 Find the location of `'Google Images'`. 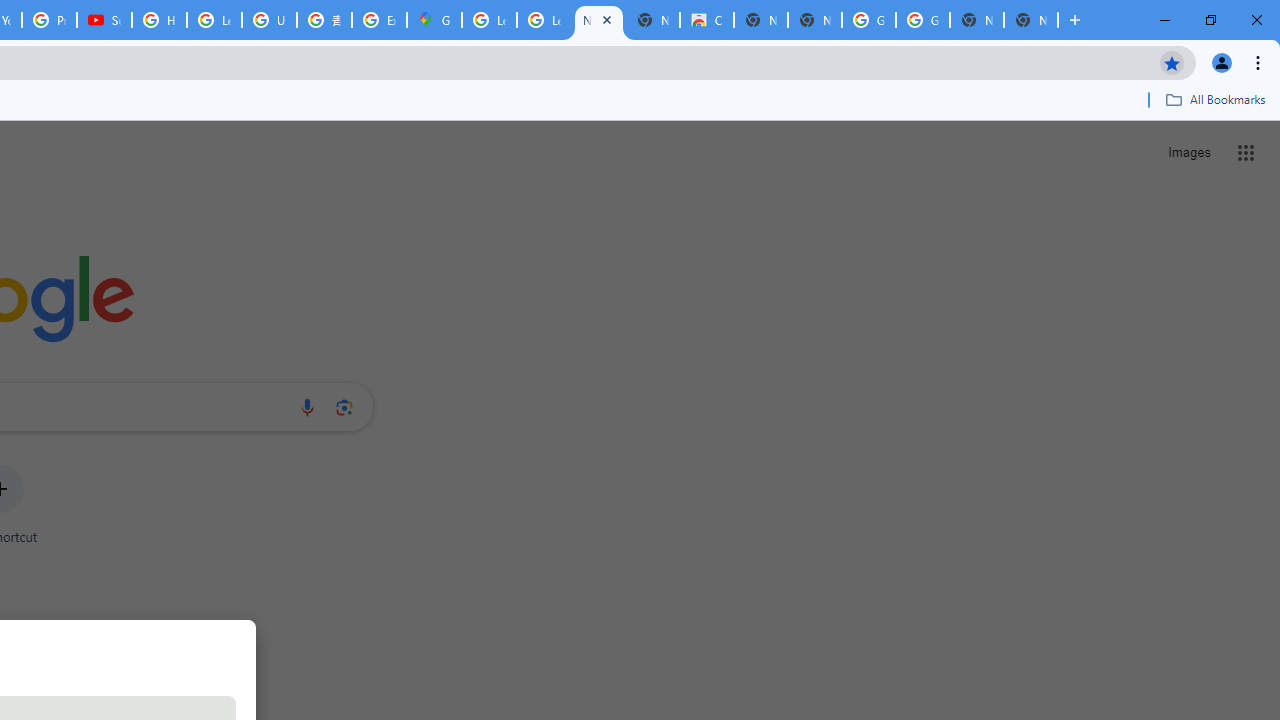

'Google Images' is located at coordinates (869, 20).